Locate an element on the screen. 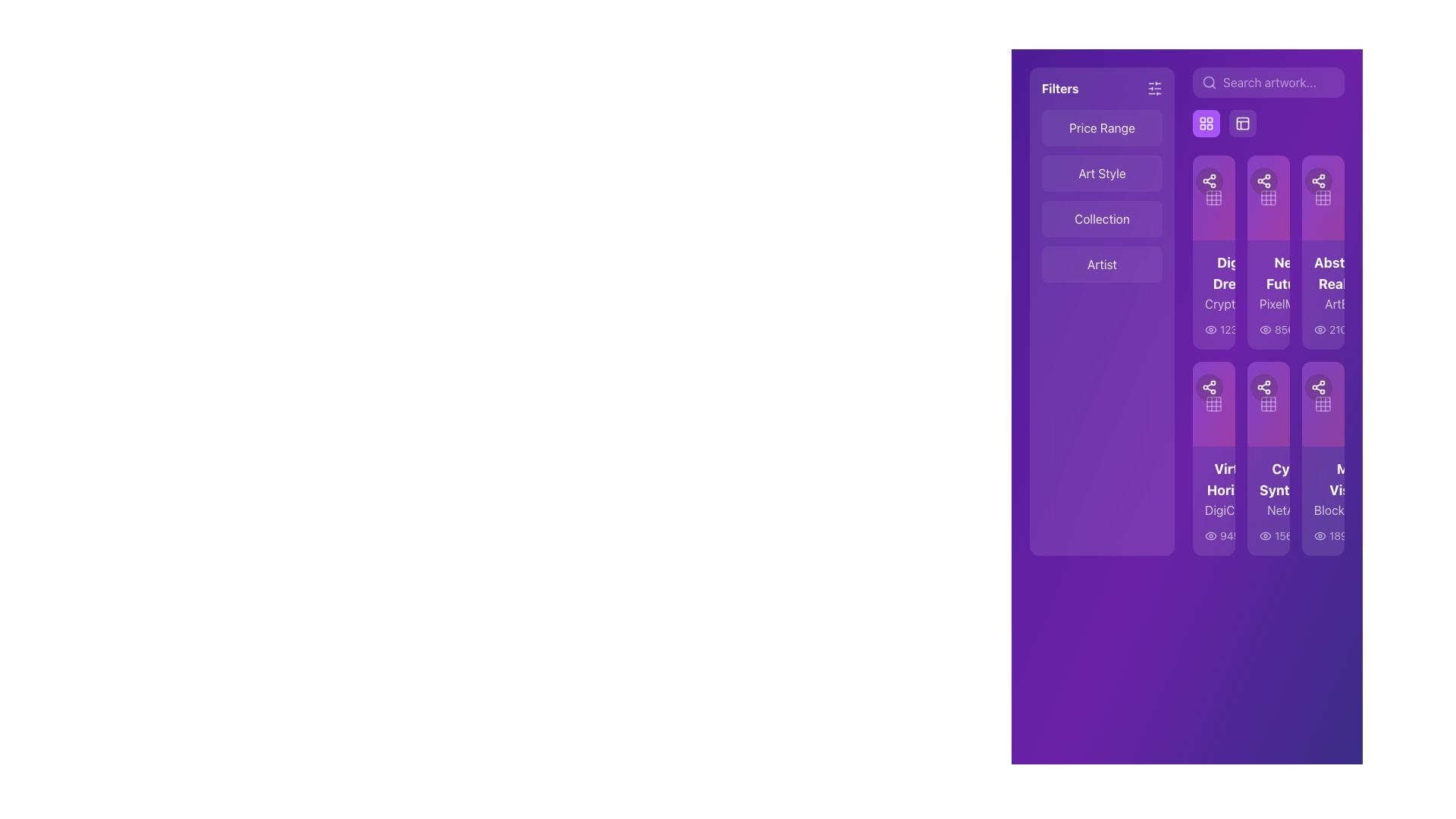 The height and width of the screenshot is (819, 1456). the sharing icon button located at the top-right corner of the card, which allows users to share associated content is located at coordinates (1317, 386).